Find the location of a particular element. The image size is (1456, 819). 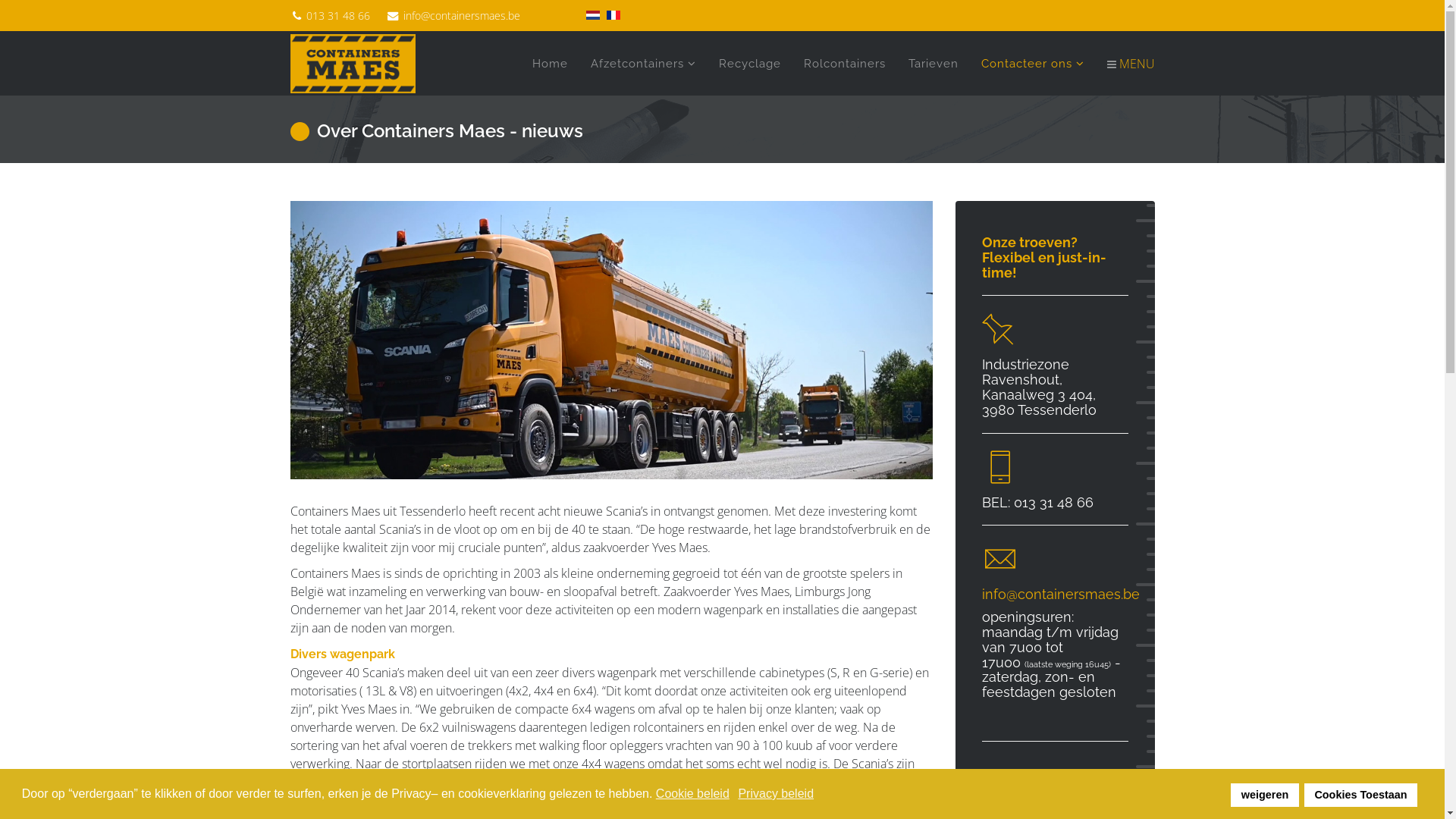

'Contacteer ons' is located at coordinates (1031, 63).